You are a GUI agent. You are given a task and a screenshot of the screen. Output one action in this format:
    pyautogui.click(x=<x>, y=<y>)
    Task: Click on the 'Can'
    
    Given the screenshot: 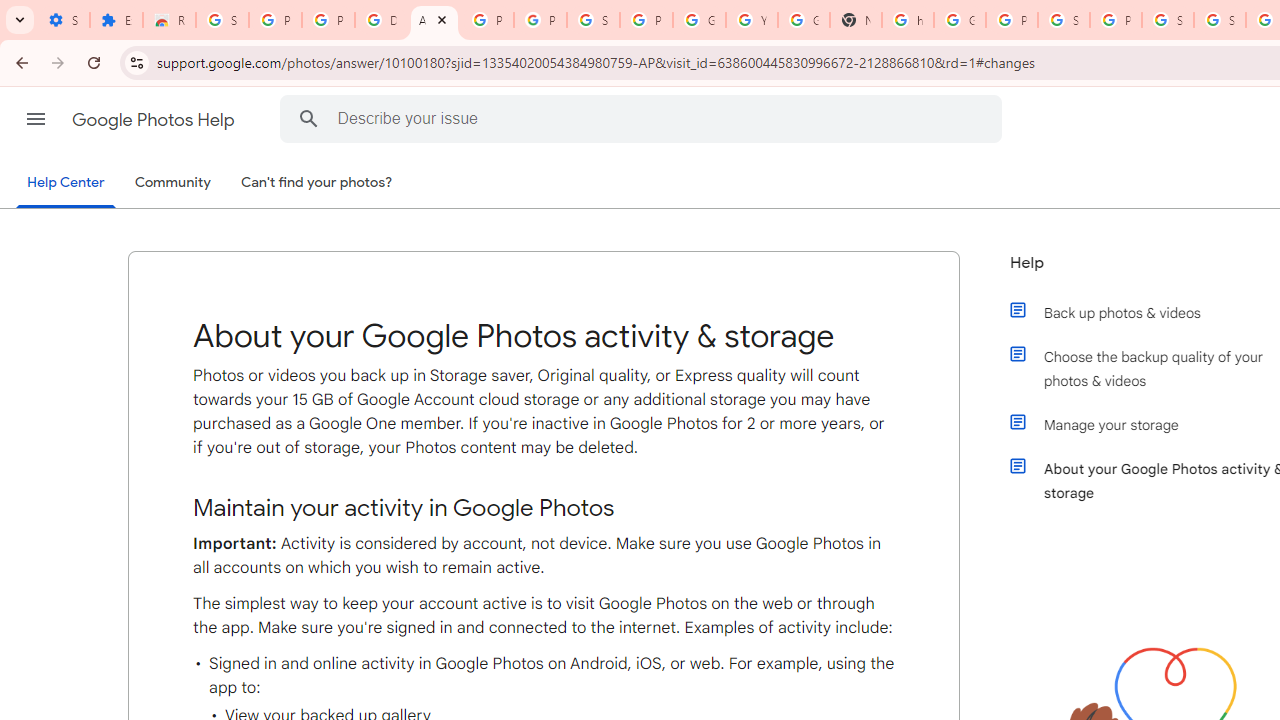 What is the action you would take?
    pyautogui.click(x=316, y=183)
    